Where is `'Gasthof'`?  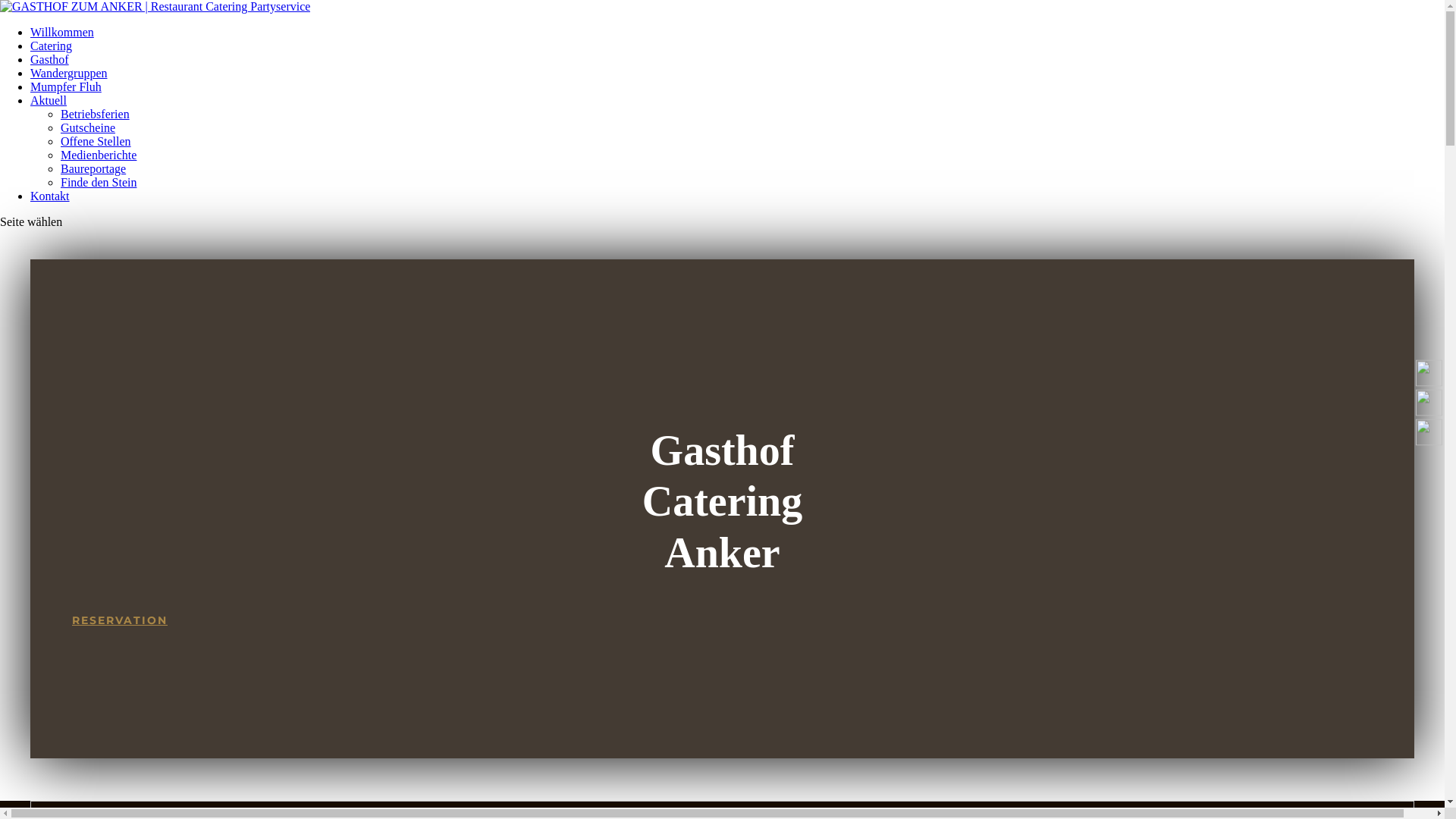 'Gasthof' is located at coordinates (49, 58).